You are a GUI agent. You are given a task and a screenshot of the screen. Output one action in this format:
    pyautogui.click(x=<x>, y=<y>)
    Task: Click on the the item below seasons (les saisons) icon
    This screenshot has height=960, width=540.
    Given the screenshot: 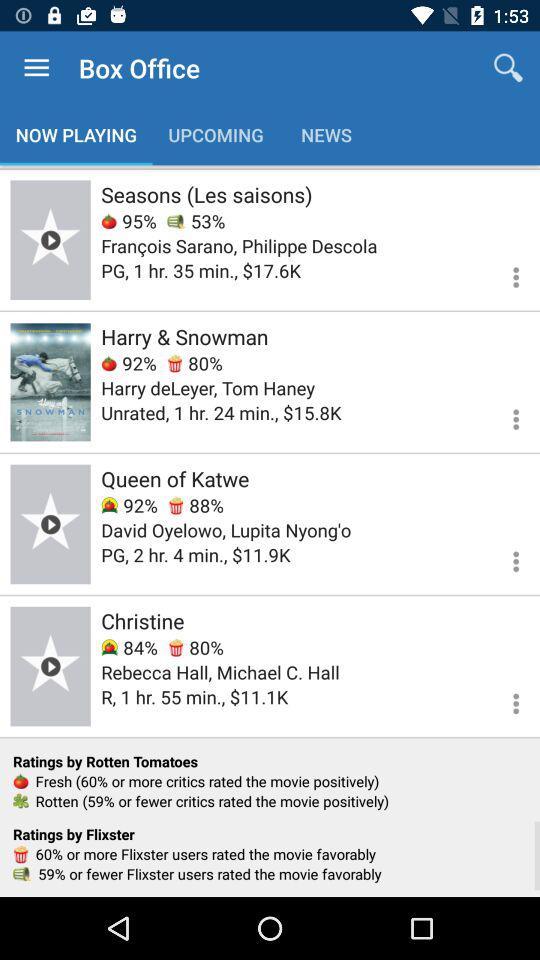 What is the action you would take?
    pyautogui.click(x=196, y=221)
    